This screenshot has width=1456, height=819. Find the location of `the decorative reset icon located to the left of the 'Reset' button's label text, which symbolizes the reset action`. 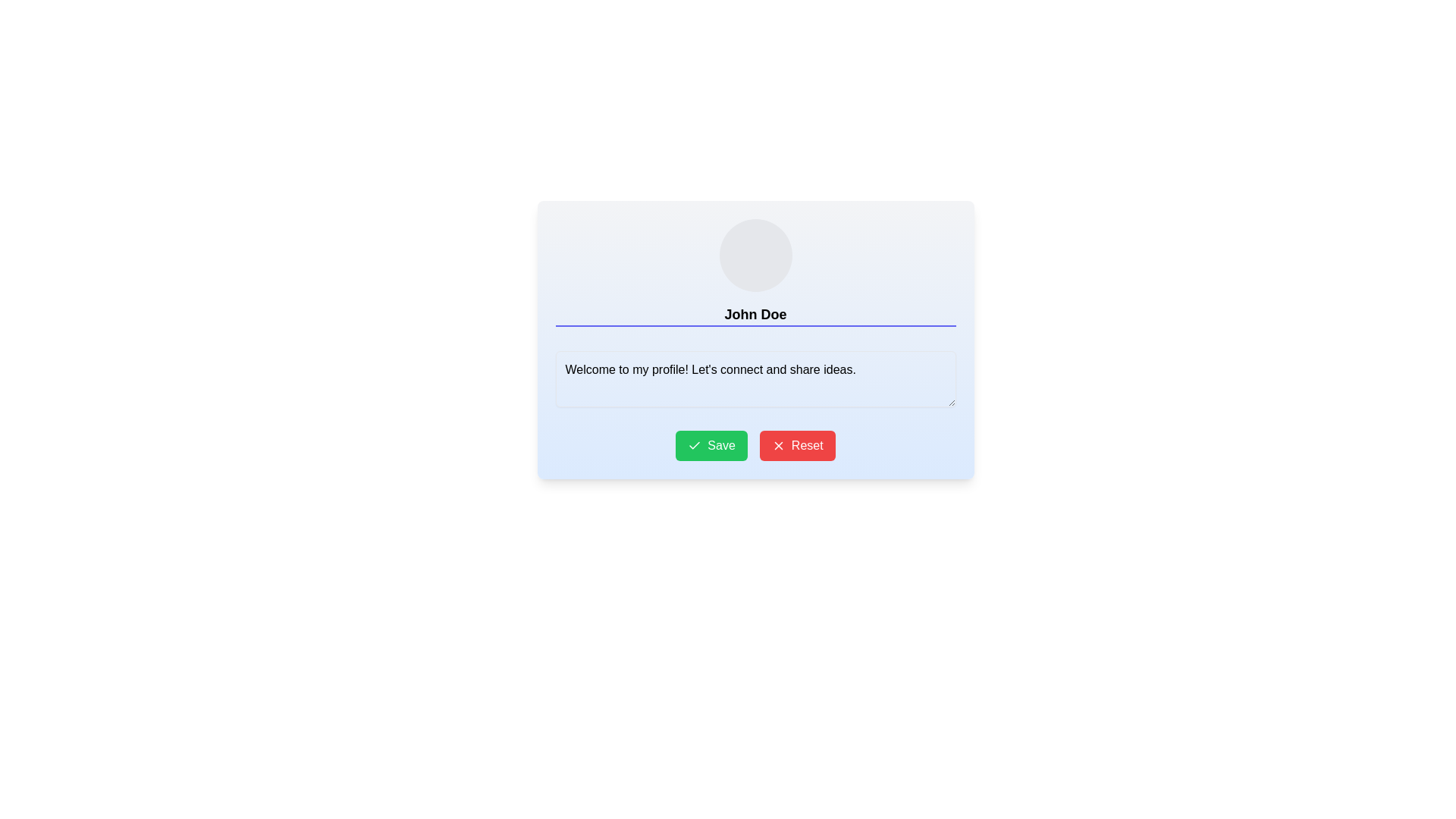

the decorative reset icon located to the left of the 'Reset' button's label text, which symbolizes the reset action is located at coordinates (778, 444).